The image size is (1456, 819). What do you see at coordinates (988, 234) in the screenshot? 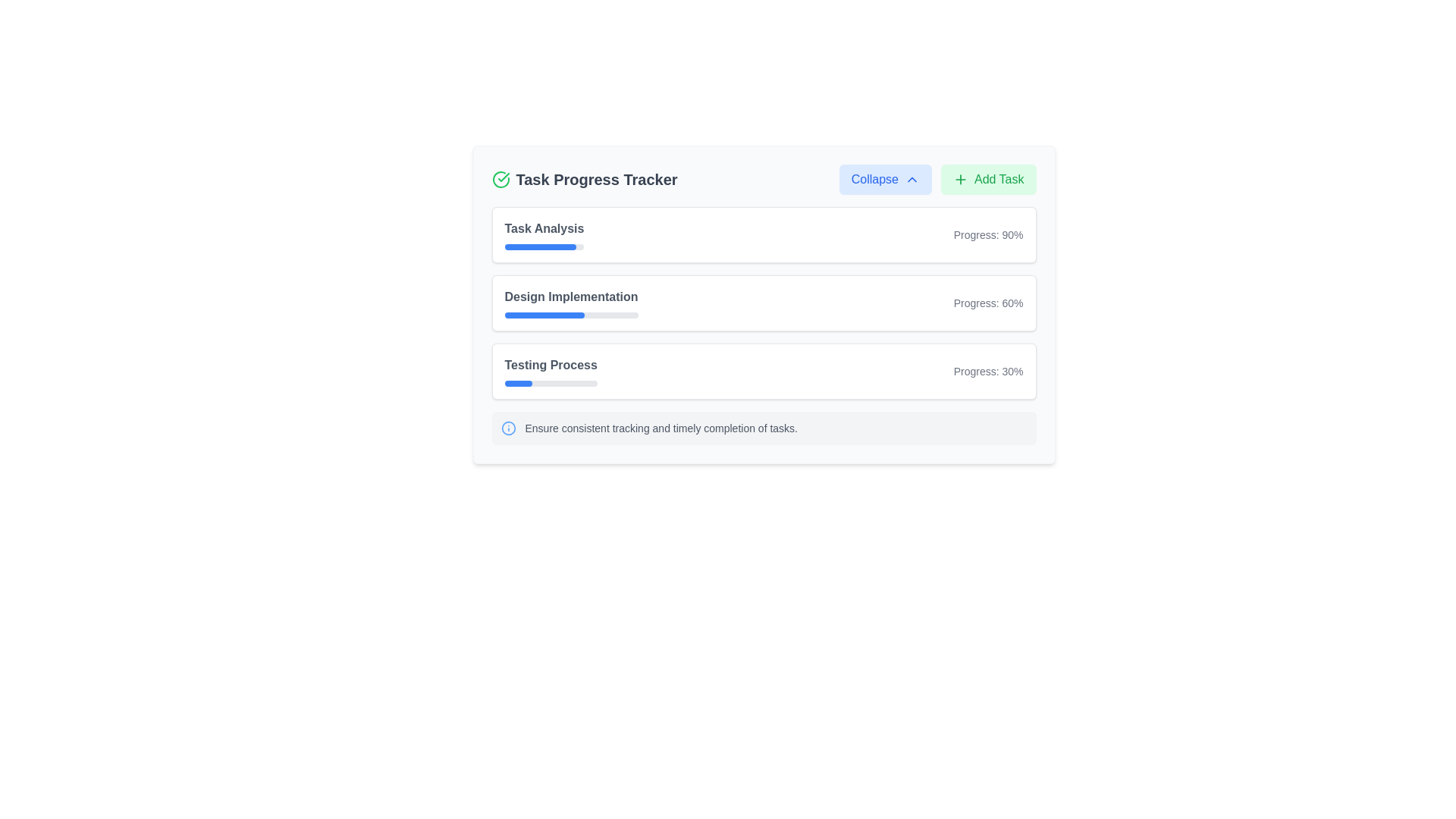
I see `the text label that indicates the progress status for 'Task Analysis'` at bounding box center [988, 234].